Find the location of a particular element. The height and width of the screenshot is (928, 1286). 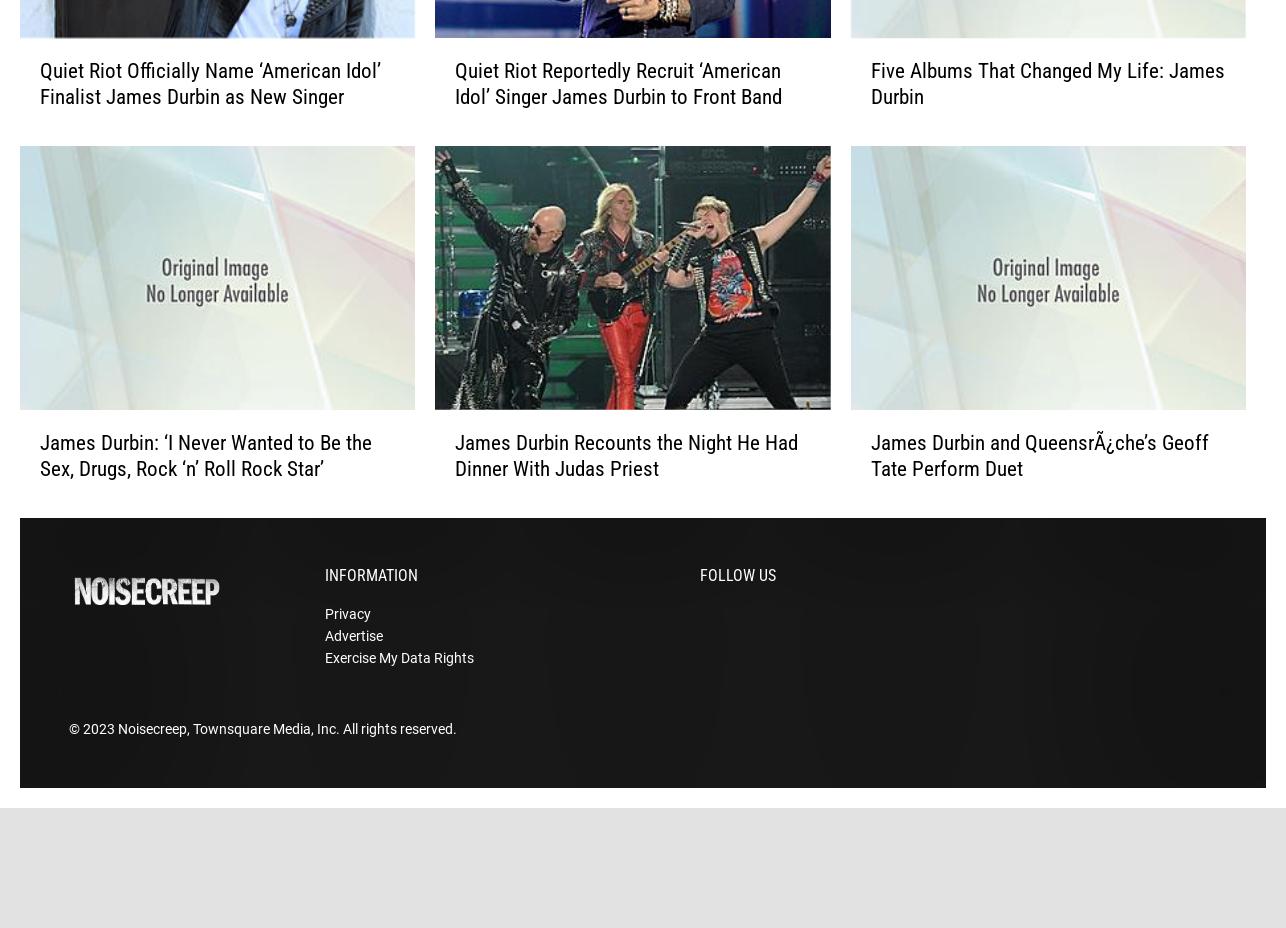

'2023' is located at coordinates (99, 759).